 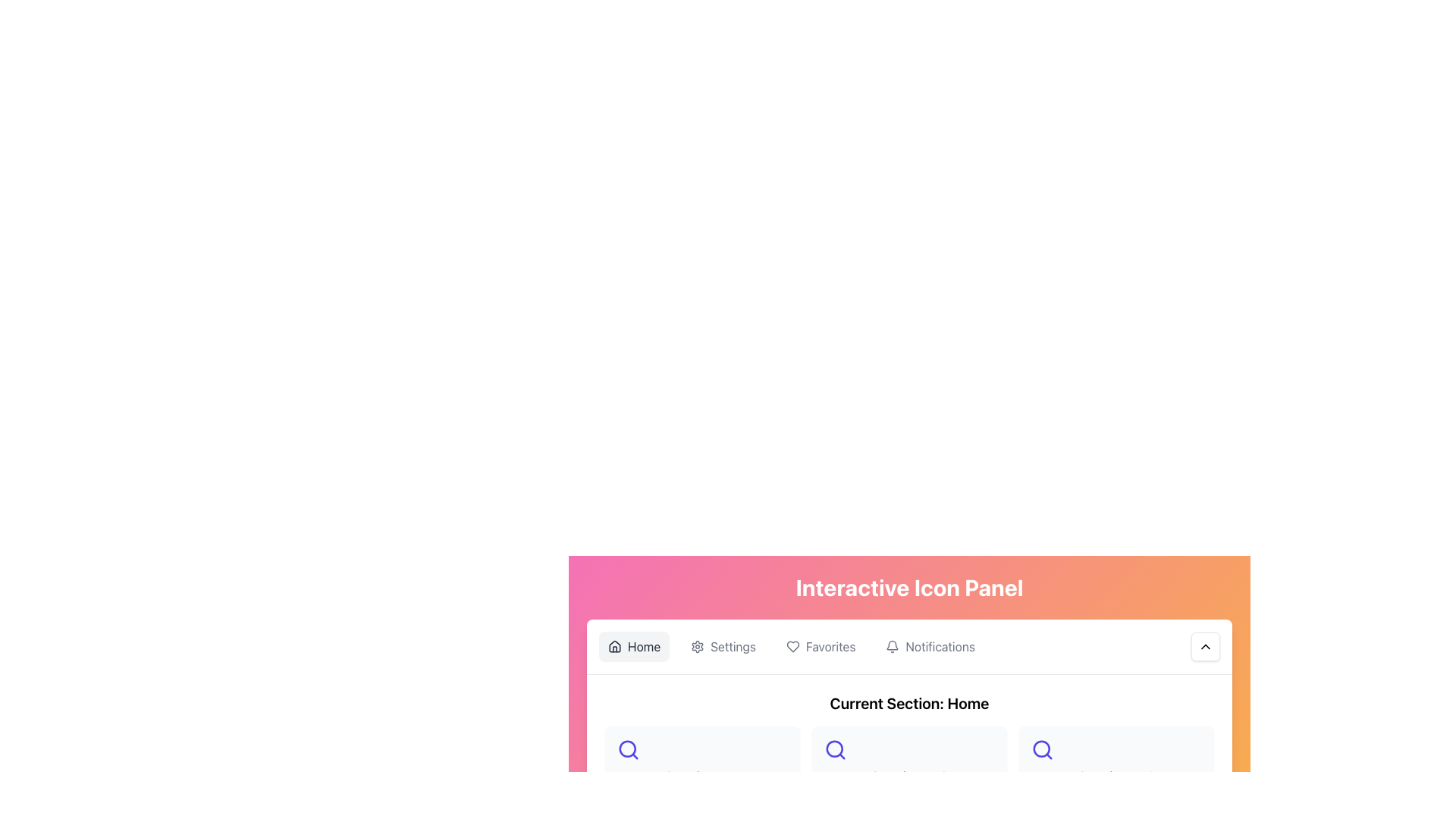 What do you see at coordinates (820, 646) in the screenshot?
I see `the 'Favorites' button, which is a soft gray button with a heart icon, located centrally in the navigation bar between 'Settings' and 'Notifications'` at bounding box center [820, 646].